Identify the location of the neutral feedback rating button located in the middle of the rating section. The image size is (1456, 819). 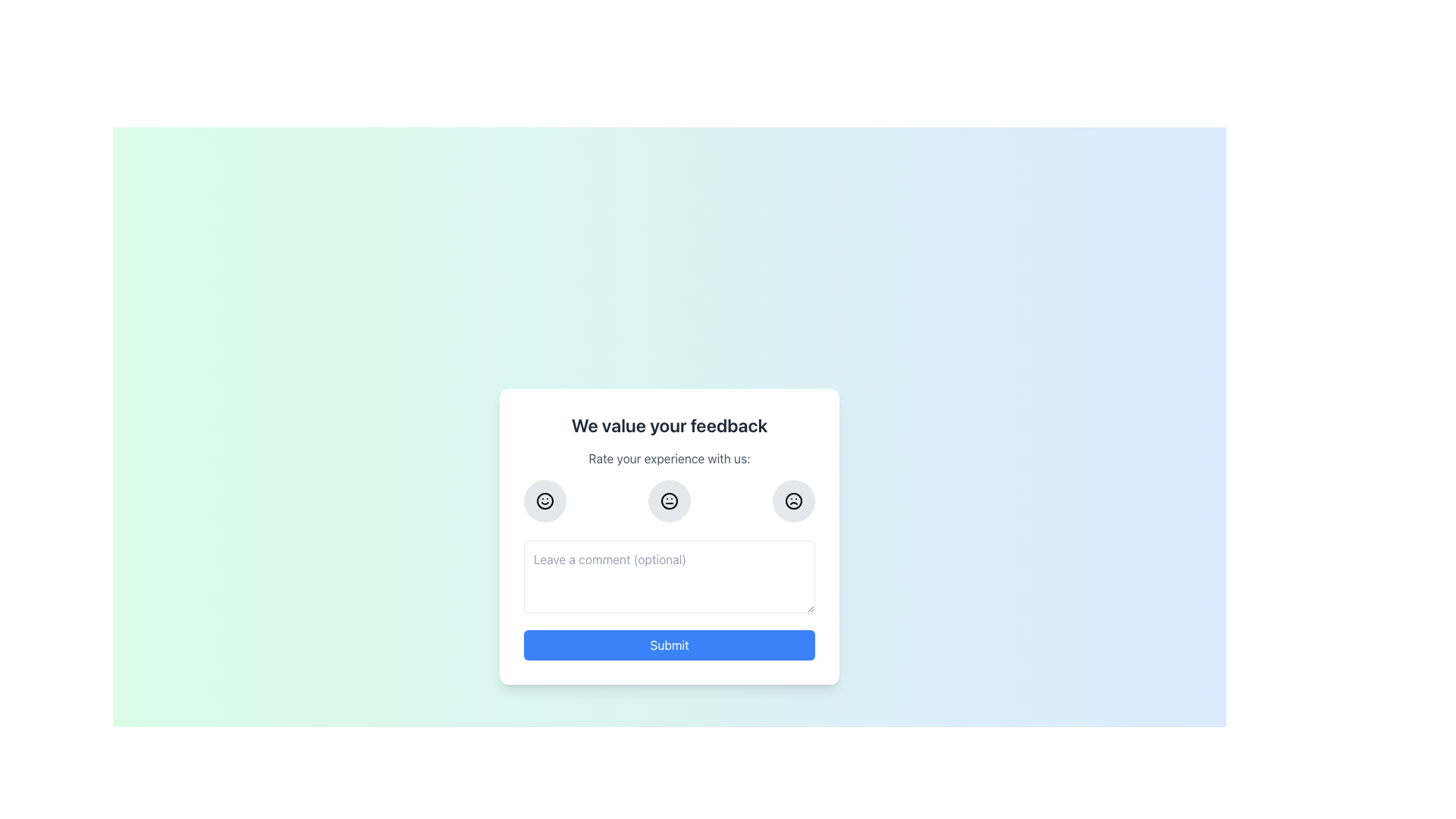
(669, 500).